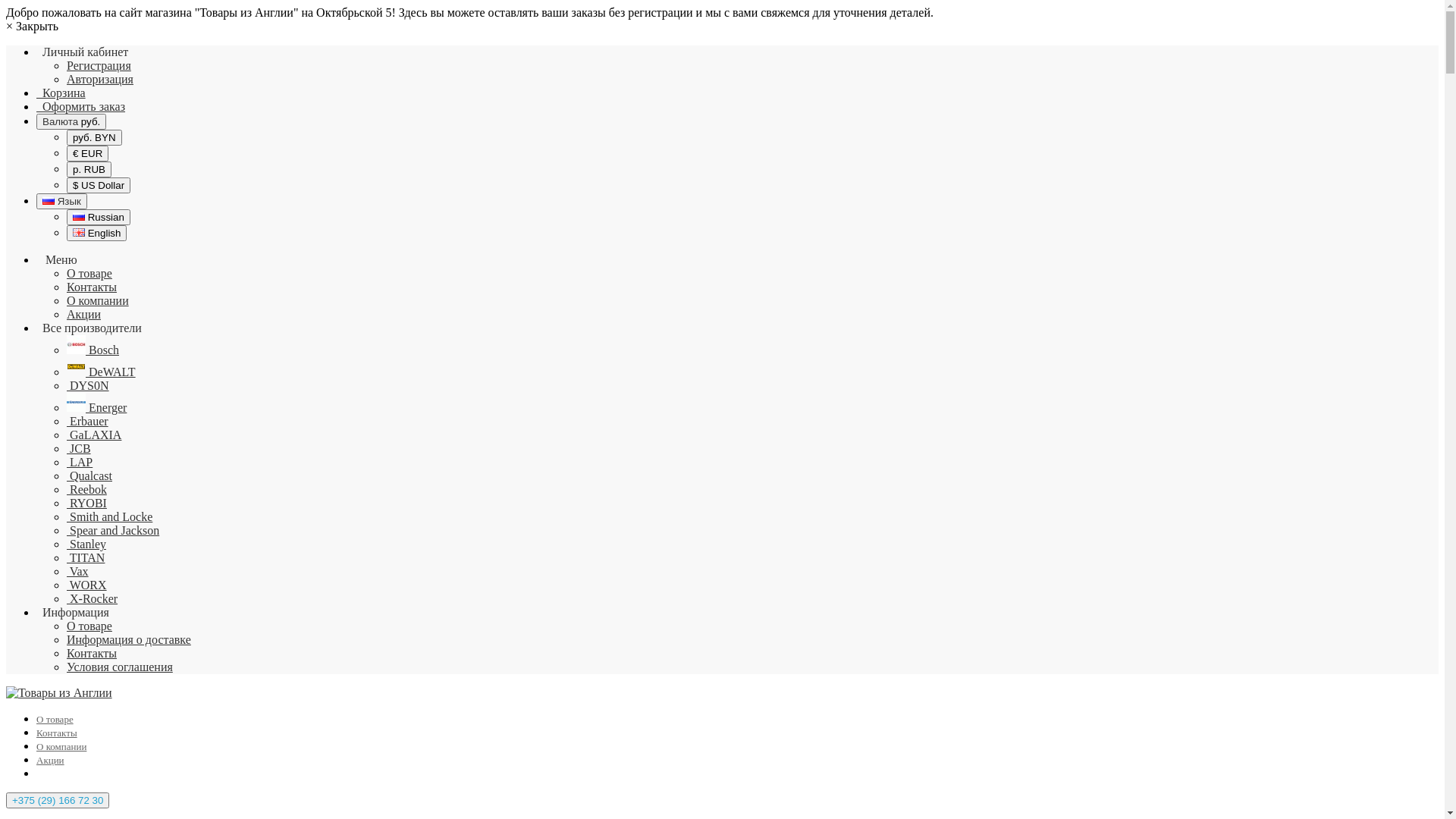 This screenshot has width=1456, height=819. Describe the element at coordinates (86, 421) in the screenshot. I see `'Erbauer'` at that location.